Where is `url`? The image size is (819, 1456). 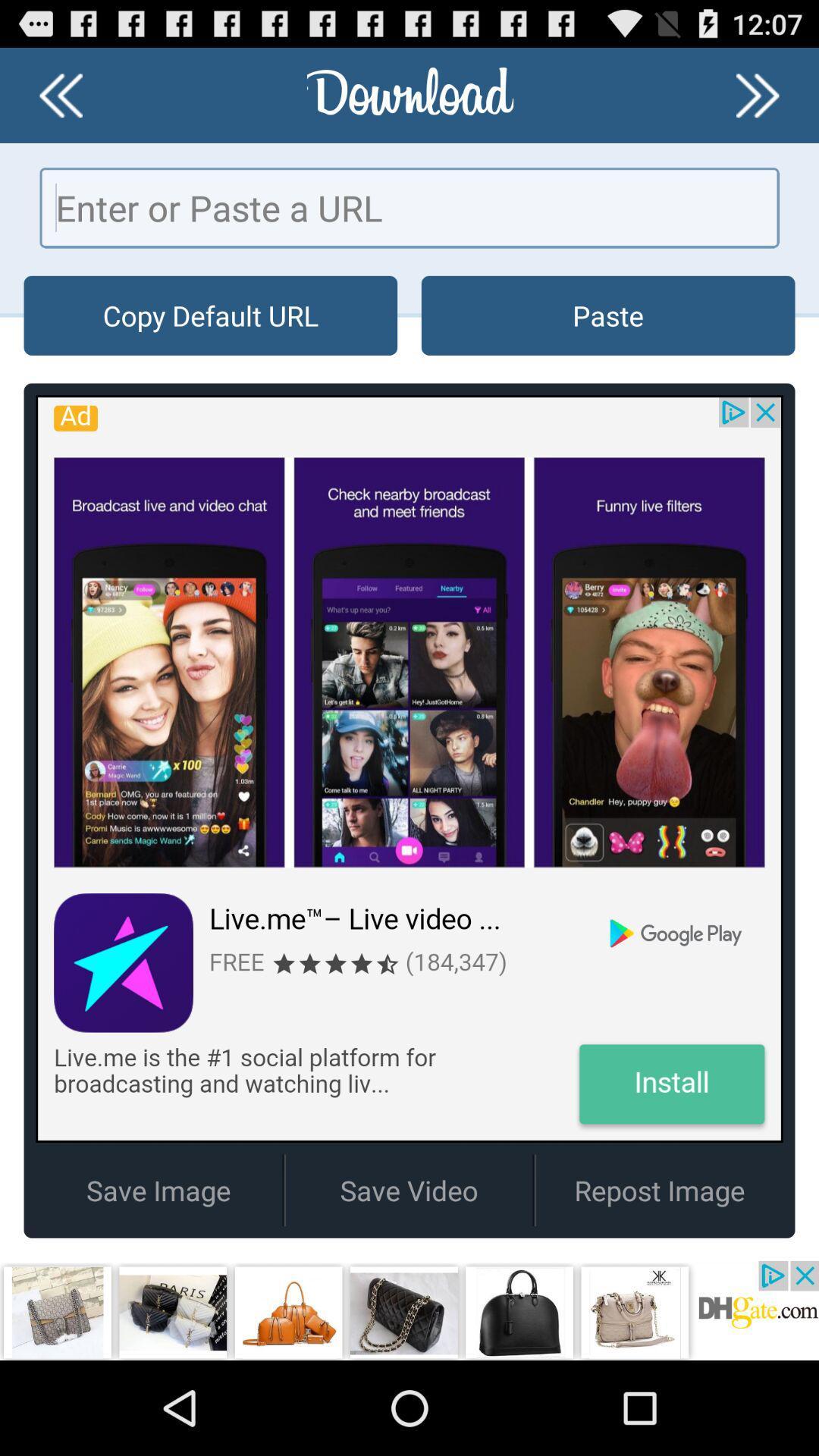
url is located at coordinates (409, 207).